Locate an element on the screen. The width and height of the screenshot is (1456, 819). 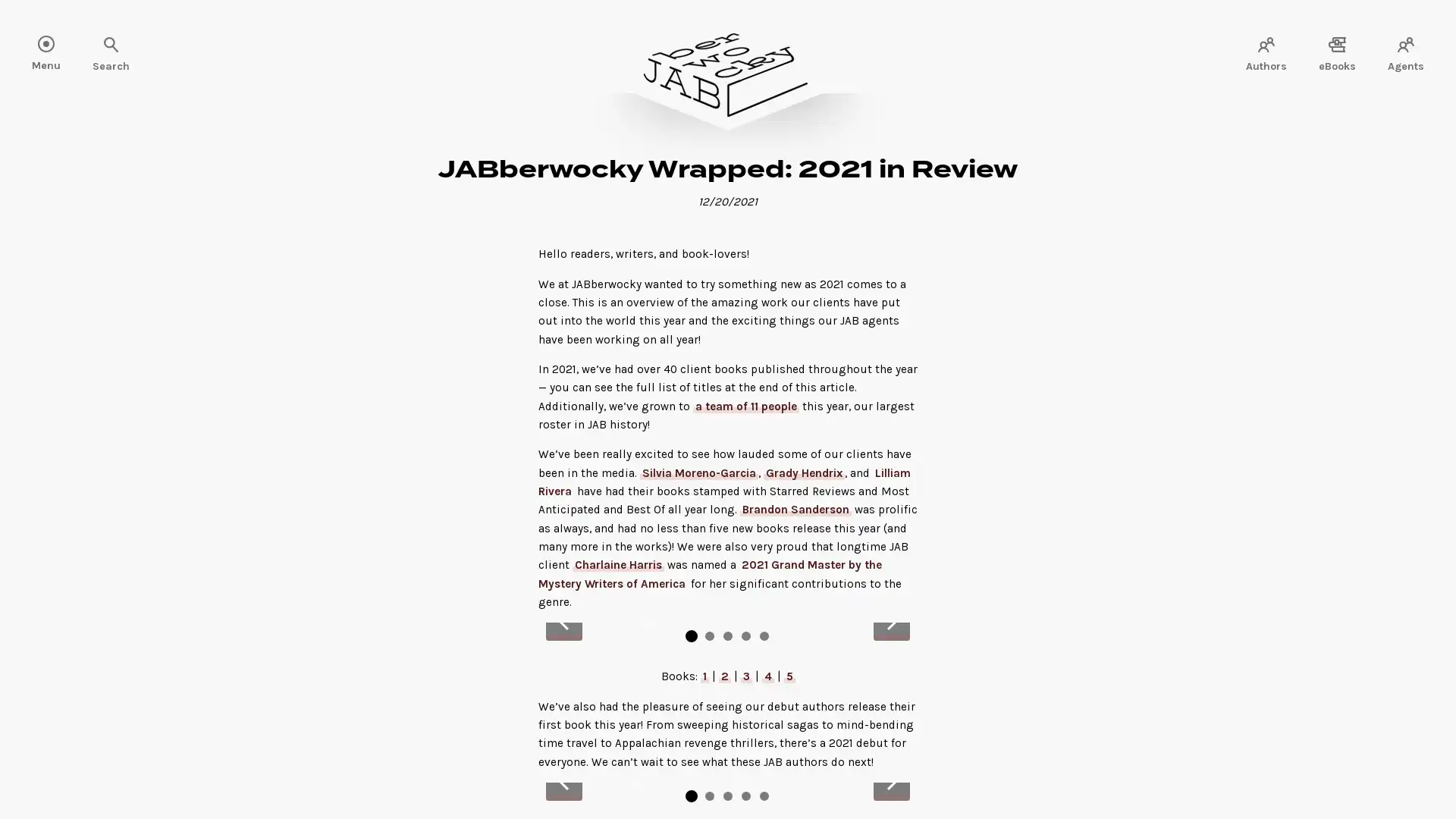
Go to slide 3 is located at coordinates (728, 795).